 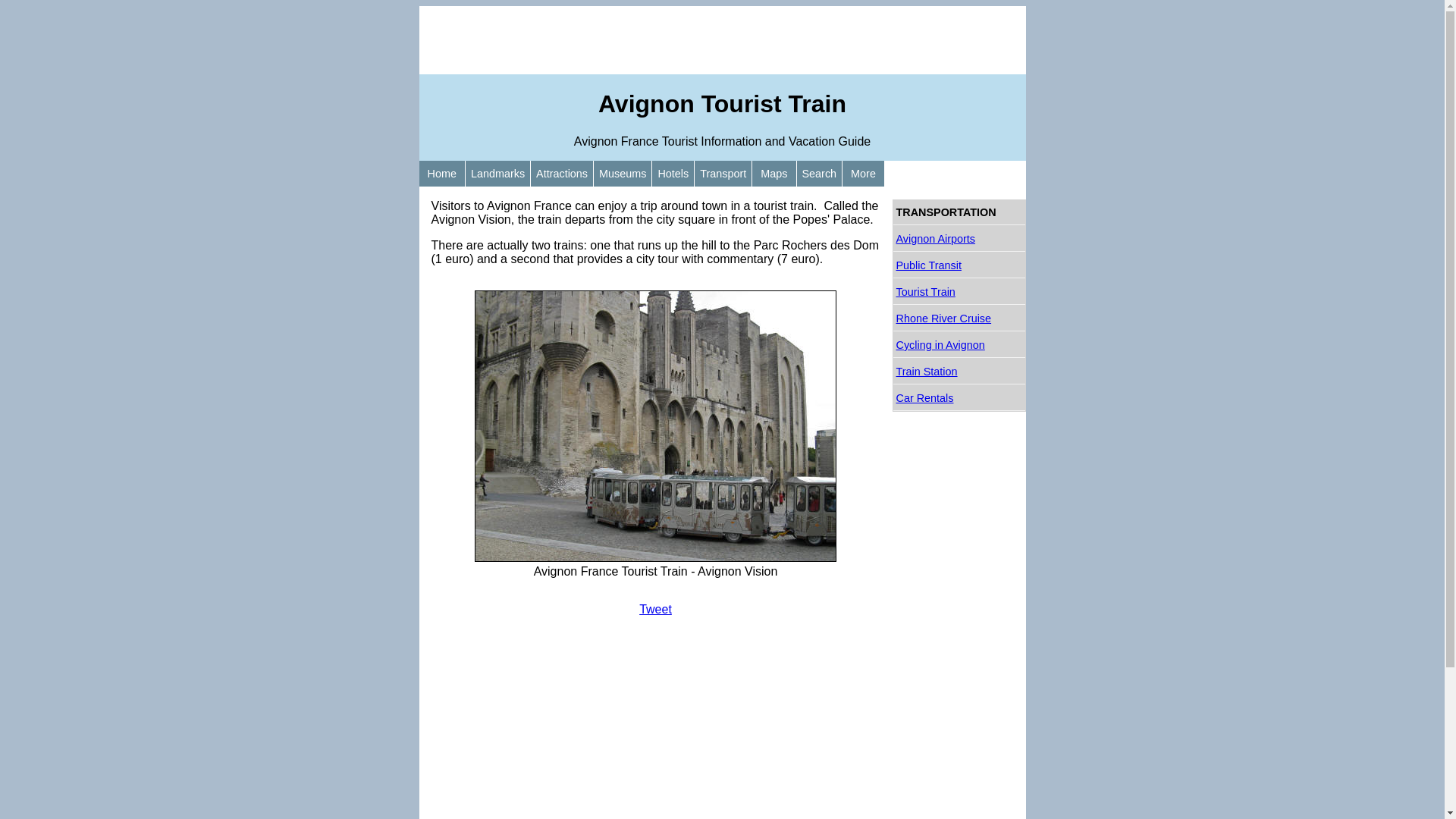 I want to click on ' Maps ', so click(x=773, y=172).